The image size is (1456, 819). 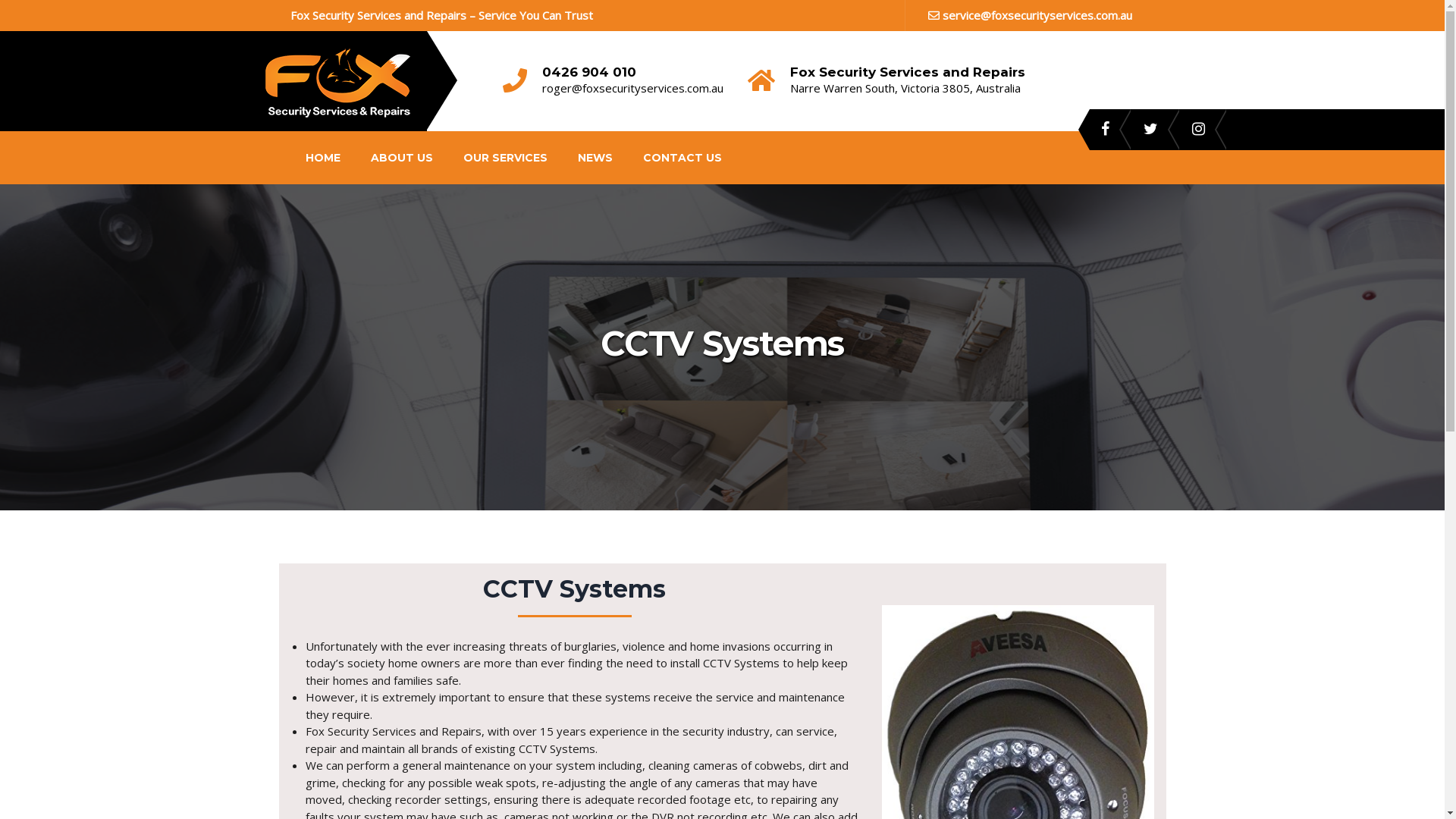 I want to click on 'ABOUT US', so click(x=400, y=155).